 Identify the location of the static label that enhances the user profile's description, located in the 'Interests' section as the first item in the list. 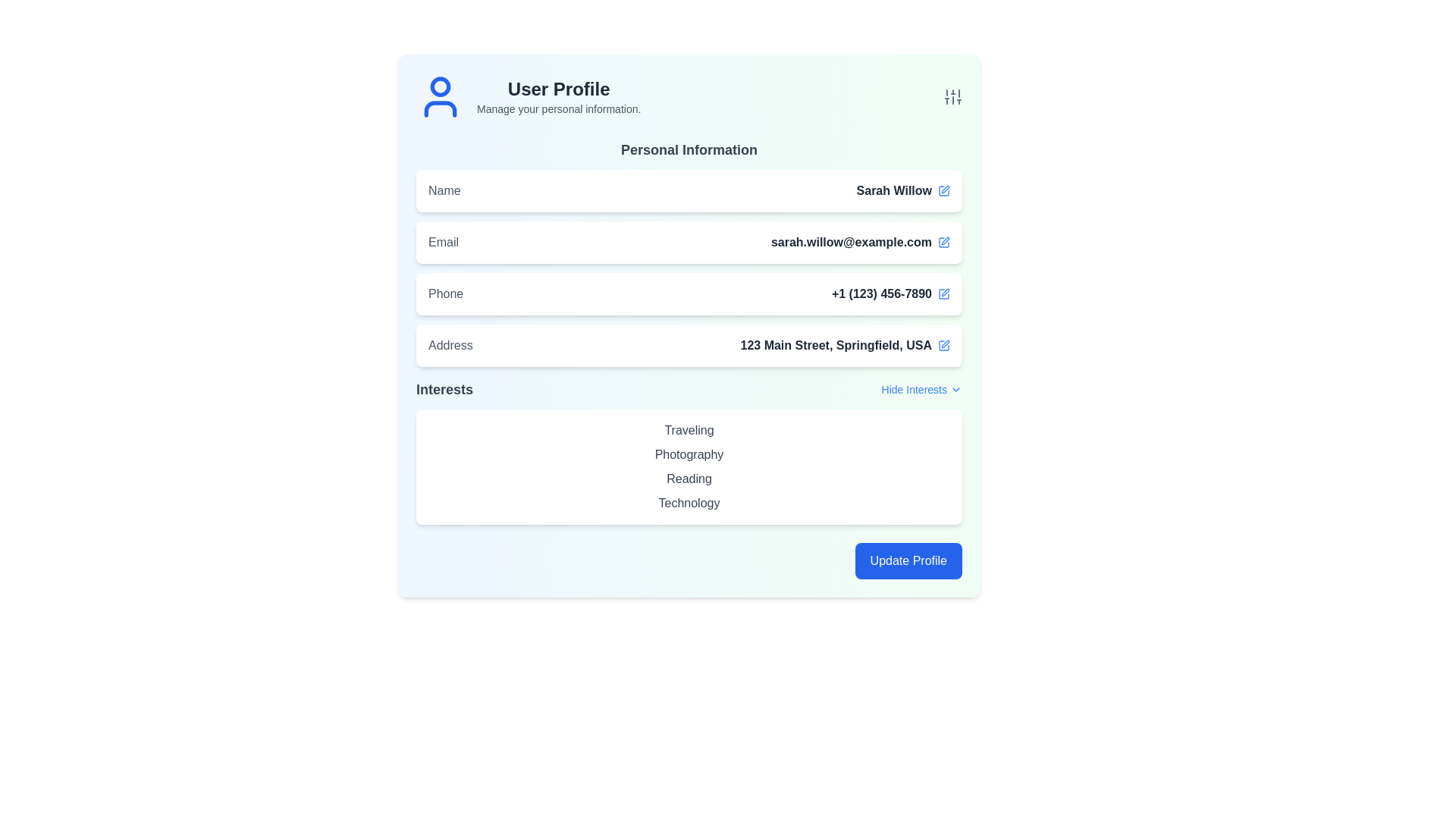
(688, 430).